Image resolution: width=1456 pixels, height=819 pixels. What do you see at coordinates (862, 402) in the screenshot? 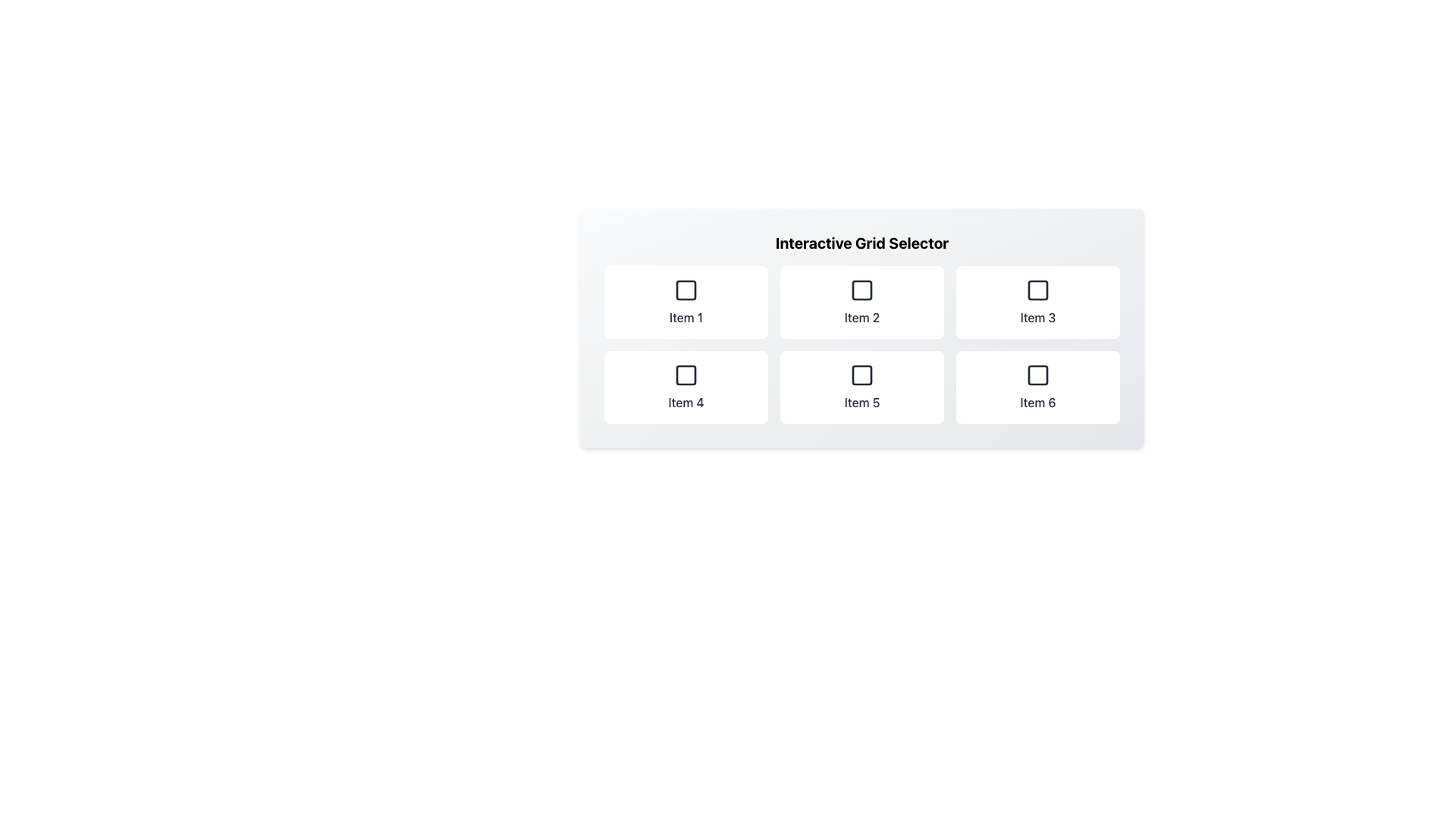
I see `text label displaying 'Item 5' located in the second row, middle column of the grid interface, which is part of a selectable option box` at bounding box center [862, 402].